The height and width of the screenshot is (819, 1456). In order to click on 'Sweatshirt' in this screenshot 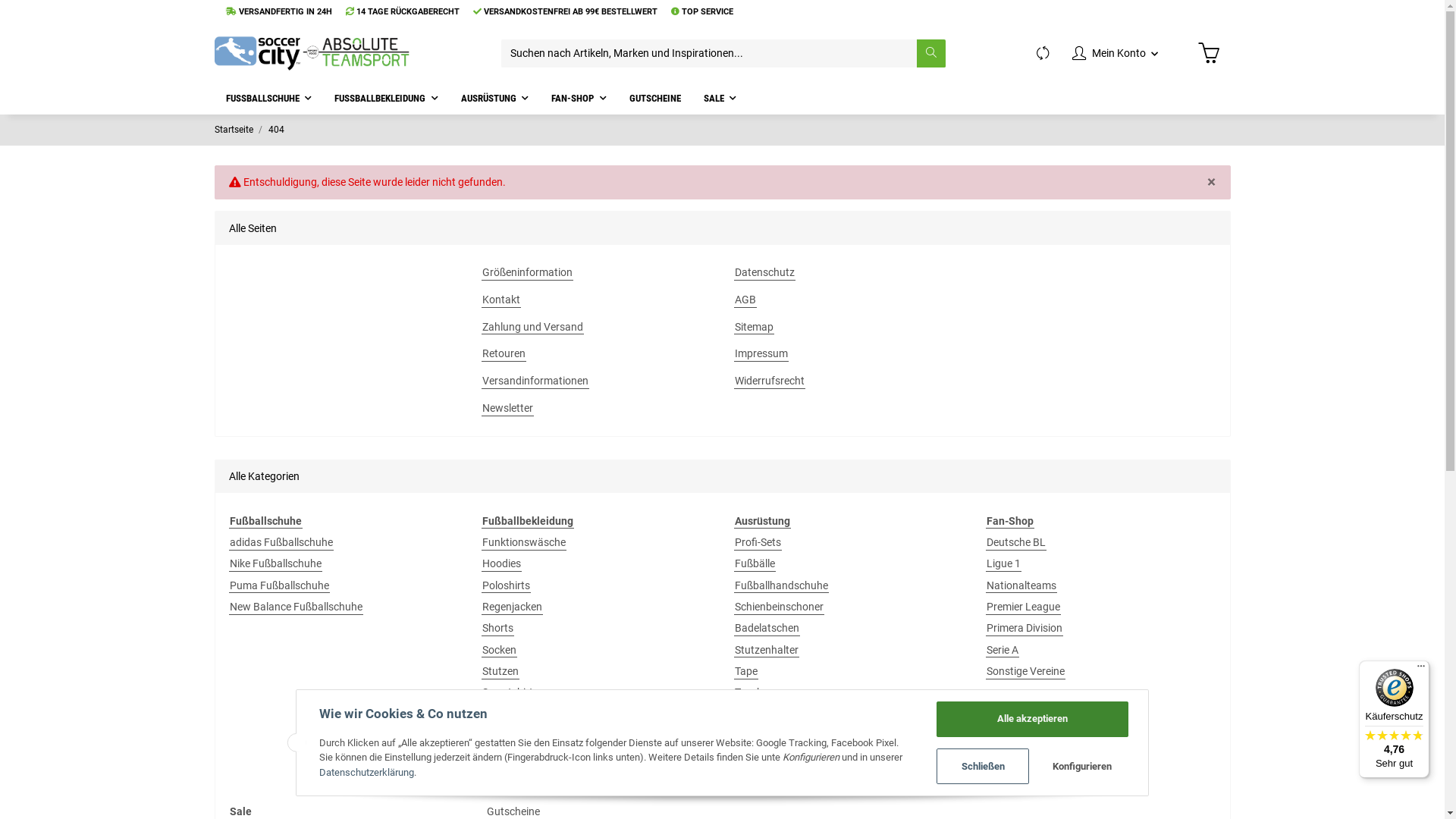, I will do `click(507, 692)`.